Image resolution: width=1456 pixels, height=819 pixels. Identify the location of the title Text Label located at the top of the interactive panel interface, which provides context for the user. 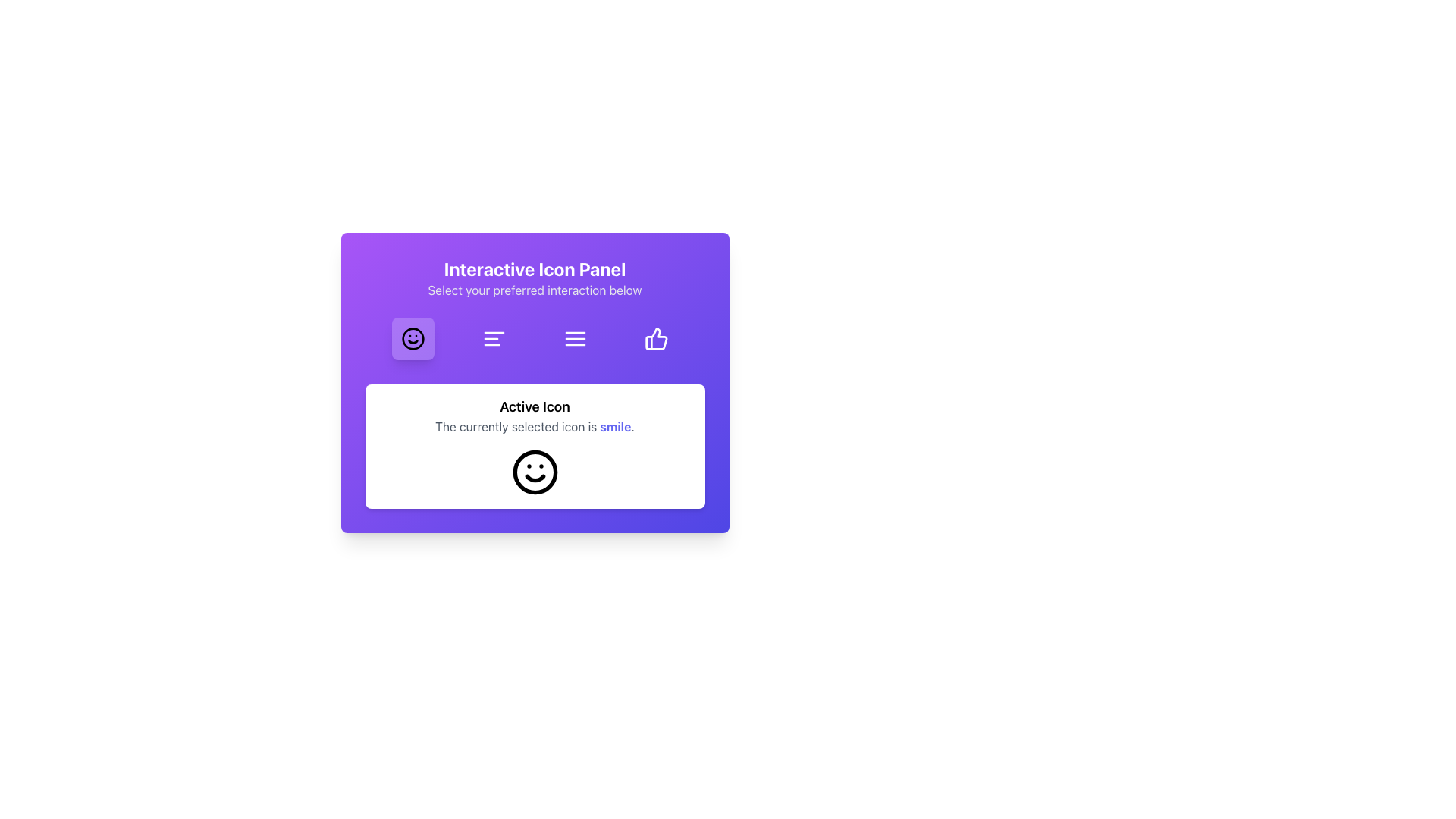
(535, 268).